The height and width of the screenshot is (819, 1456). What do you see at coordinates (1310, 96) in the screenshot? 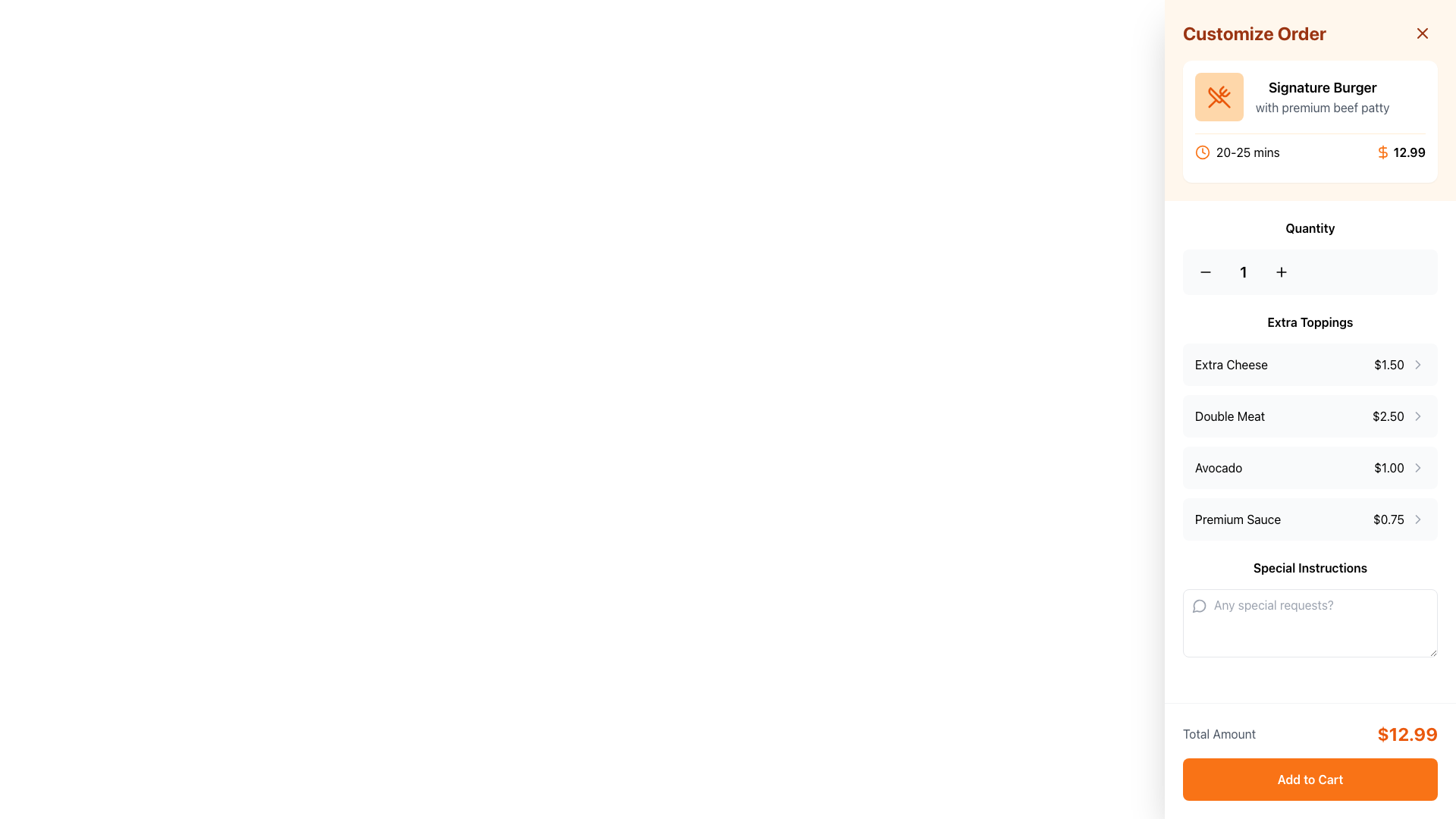
I see `the Informational display section located in the 'Customize Order' column, which provides the title and description for the selected menu item` at bounding box center [1310, 96].